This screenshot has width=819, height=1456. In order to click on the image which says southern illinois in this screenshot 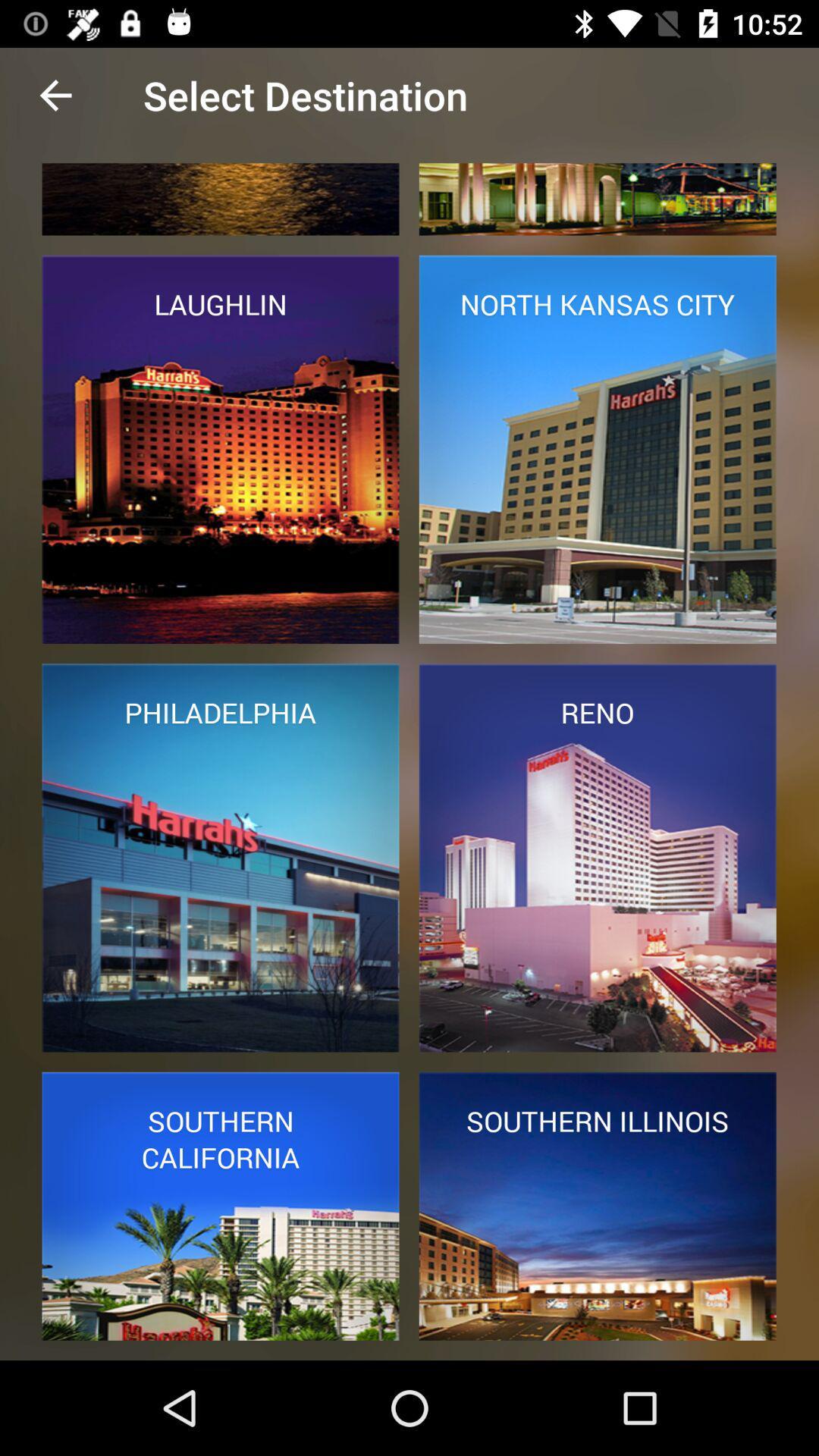, I will do `click(597, 1205)`.